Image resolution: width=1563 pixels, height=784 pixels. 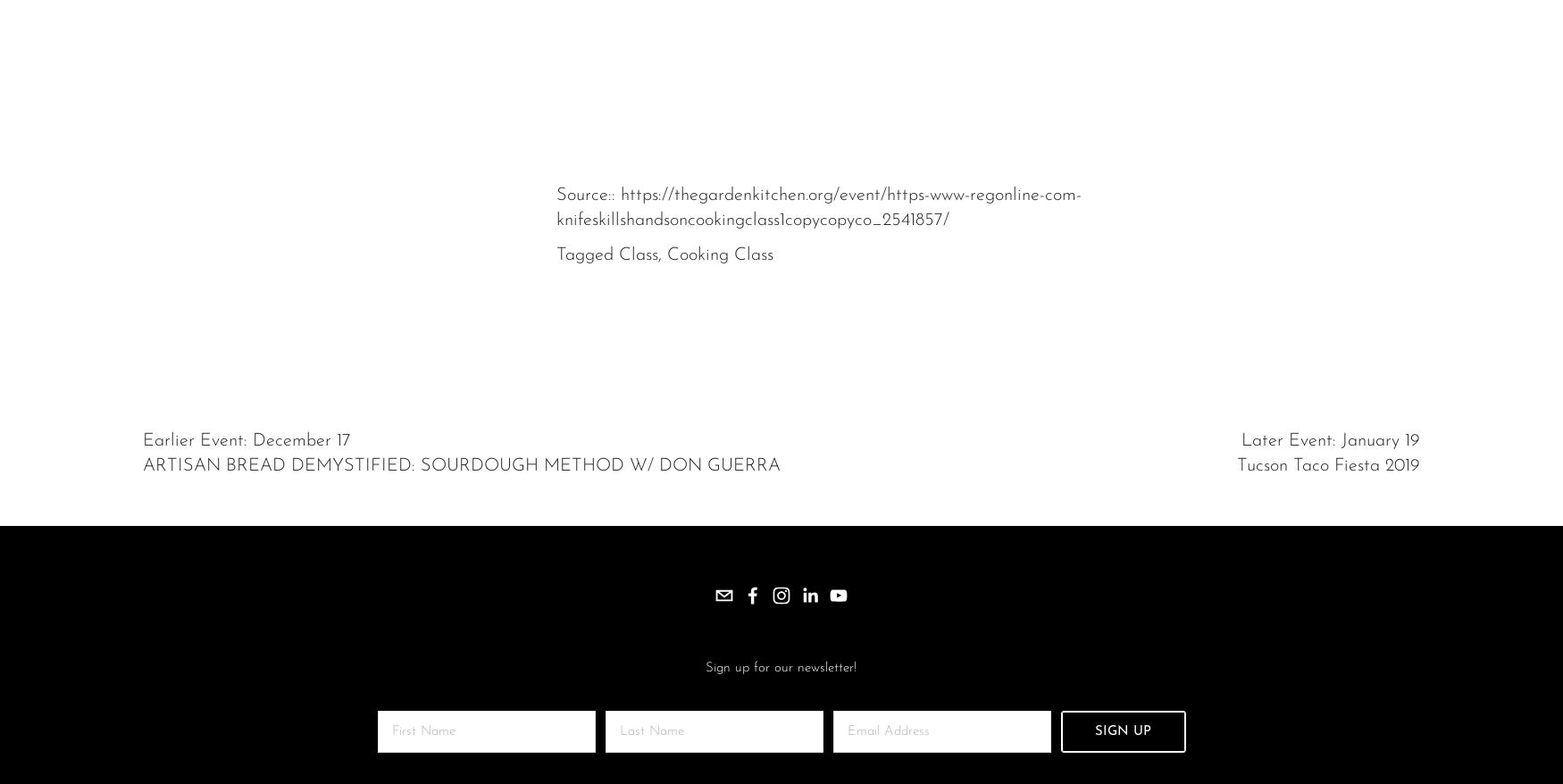 I want to click on 'Tucson Taco Fiesta 2019', so click(x=1328, y=465).